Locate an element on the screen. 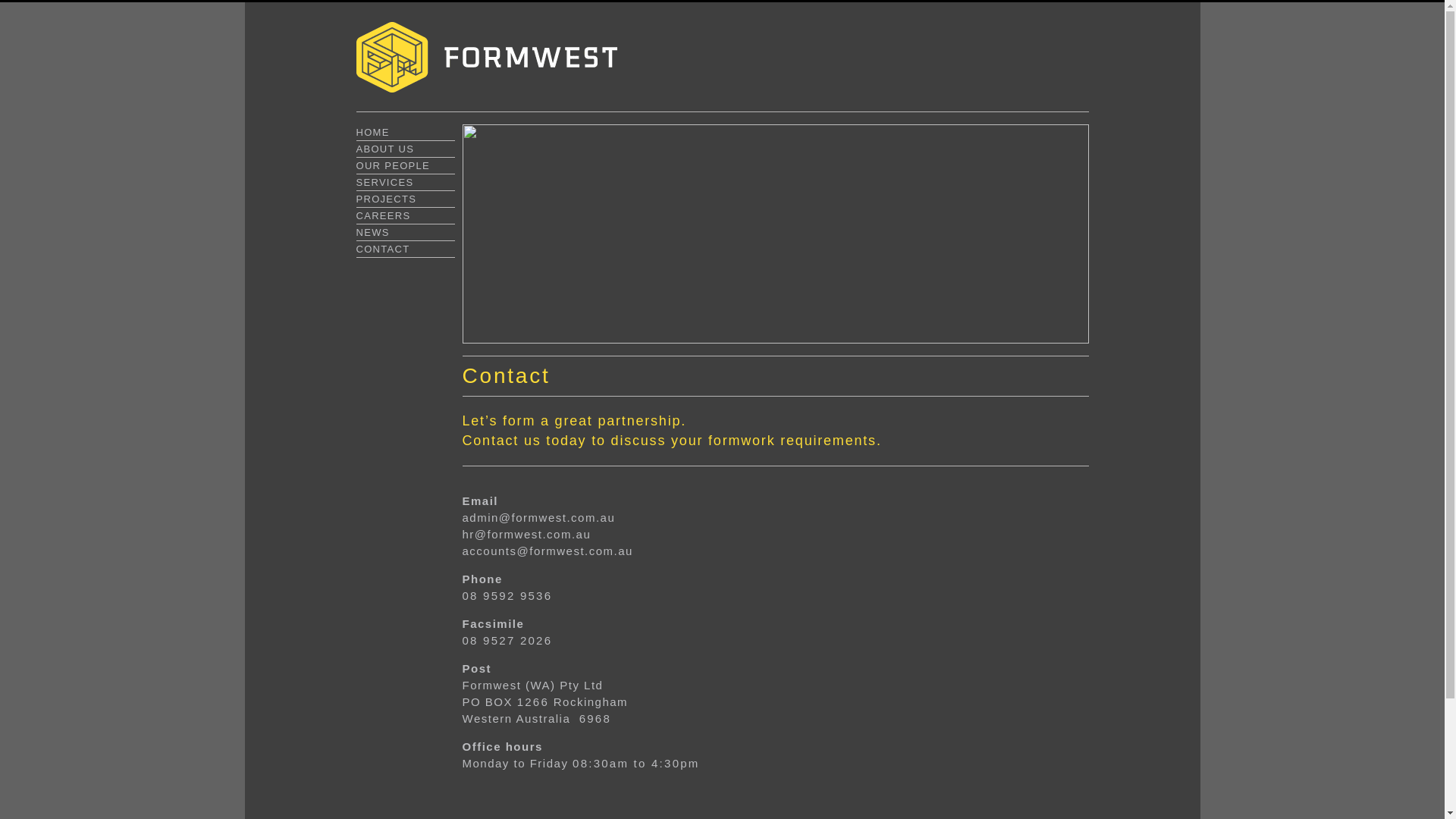  'NEWS' is located at coordinates (372, 231).